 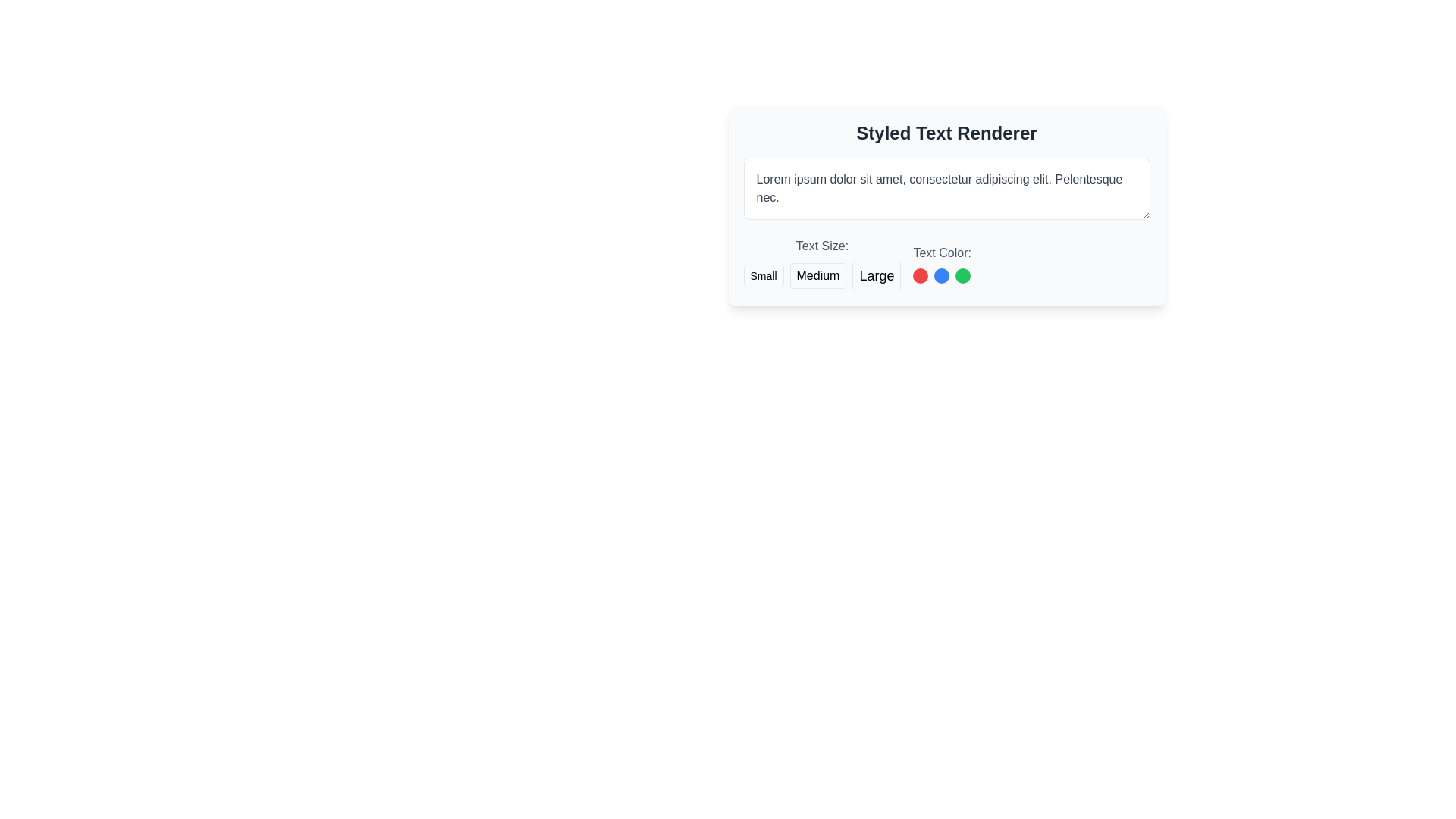 I want to click on the second circle-shaped button representing the blue color, so click(x=941, y=275).